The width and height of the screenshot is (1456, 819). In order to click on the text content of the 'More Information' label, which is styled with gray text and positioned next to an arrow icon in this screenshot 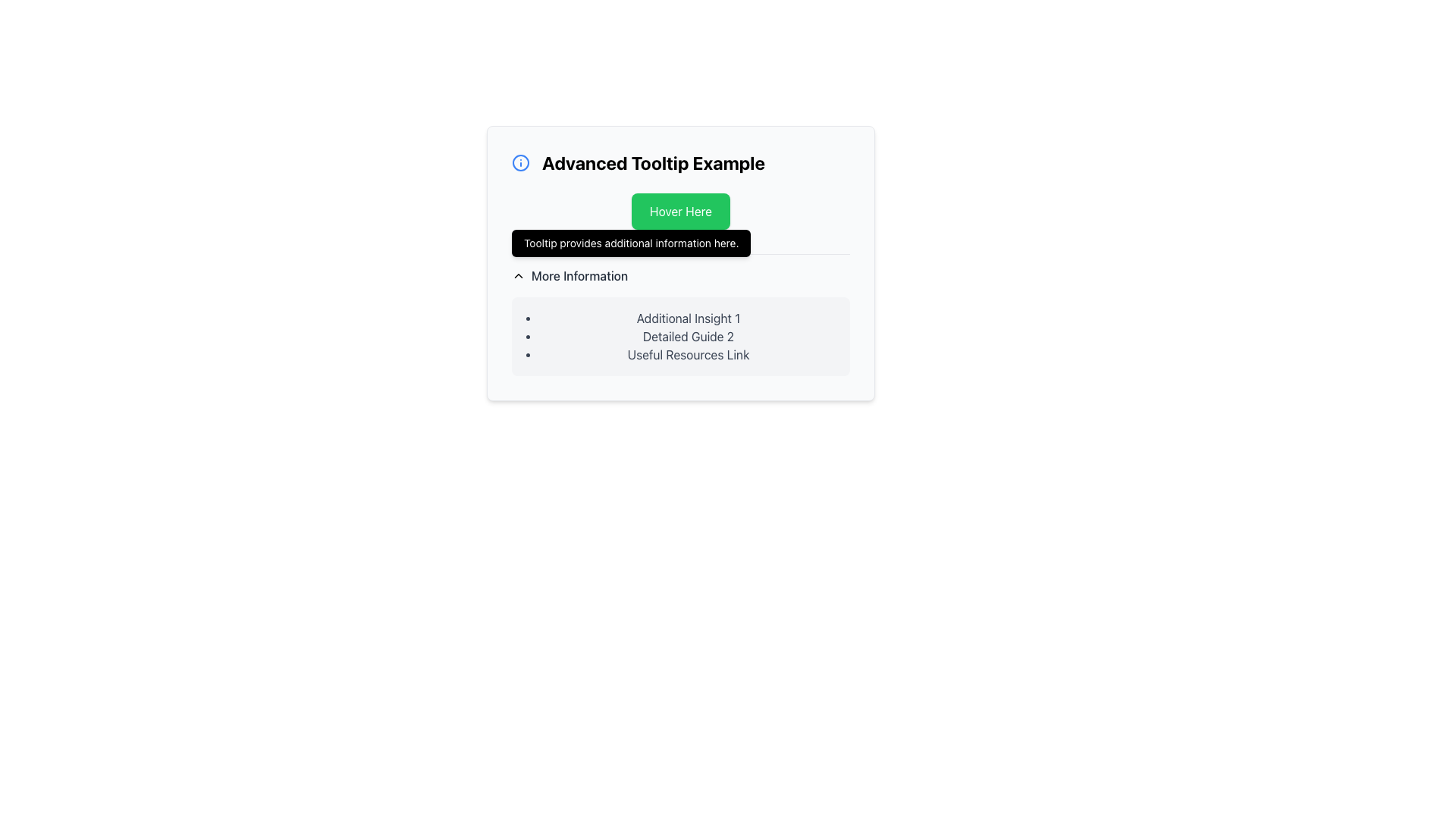, I will do `click(579, 275)`.